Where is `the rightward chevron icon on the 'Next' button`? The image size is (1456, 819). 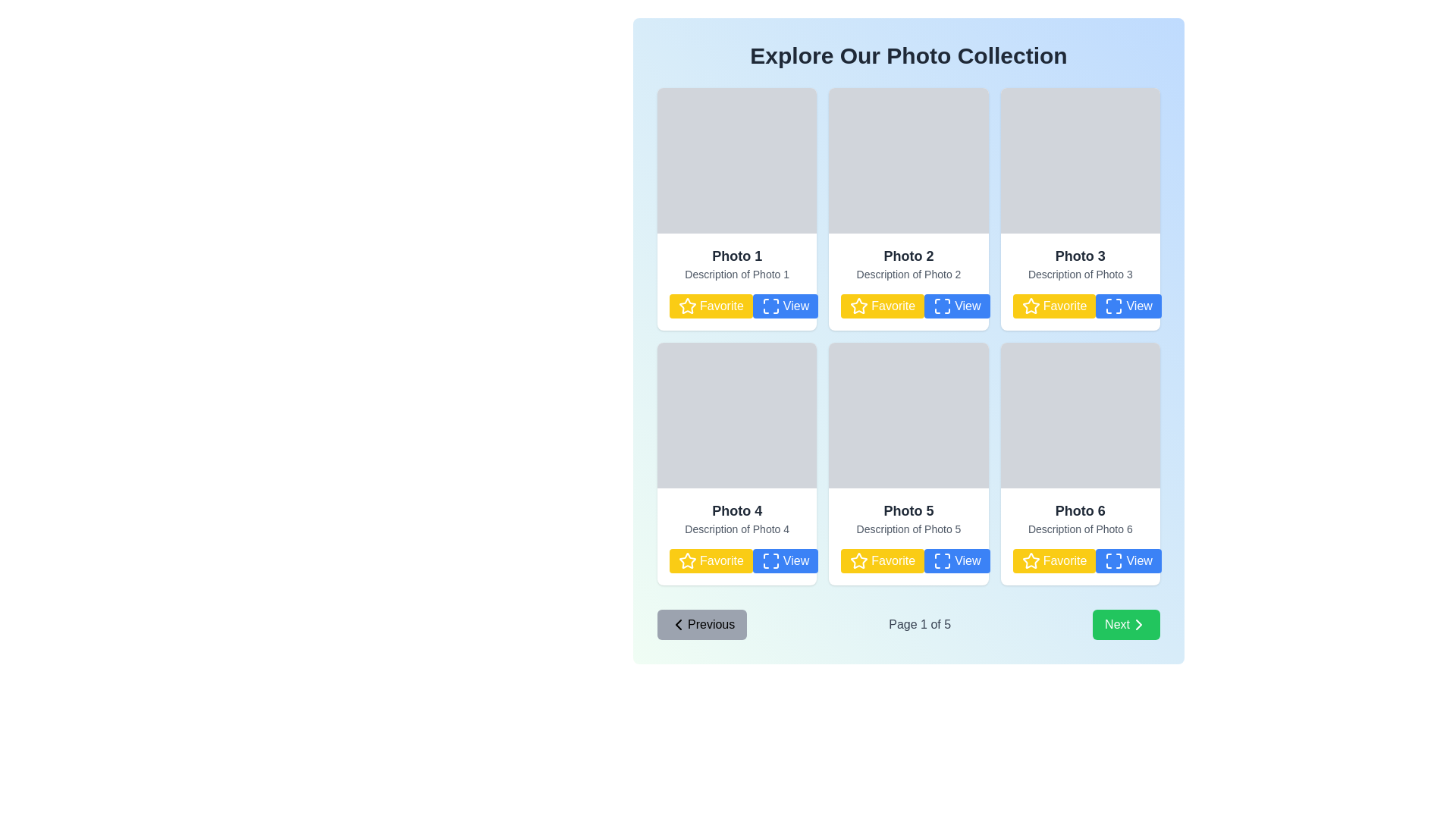 the rightward chevron icon on the 'Next' button is located at coordinates (1139, 625).